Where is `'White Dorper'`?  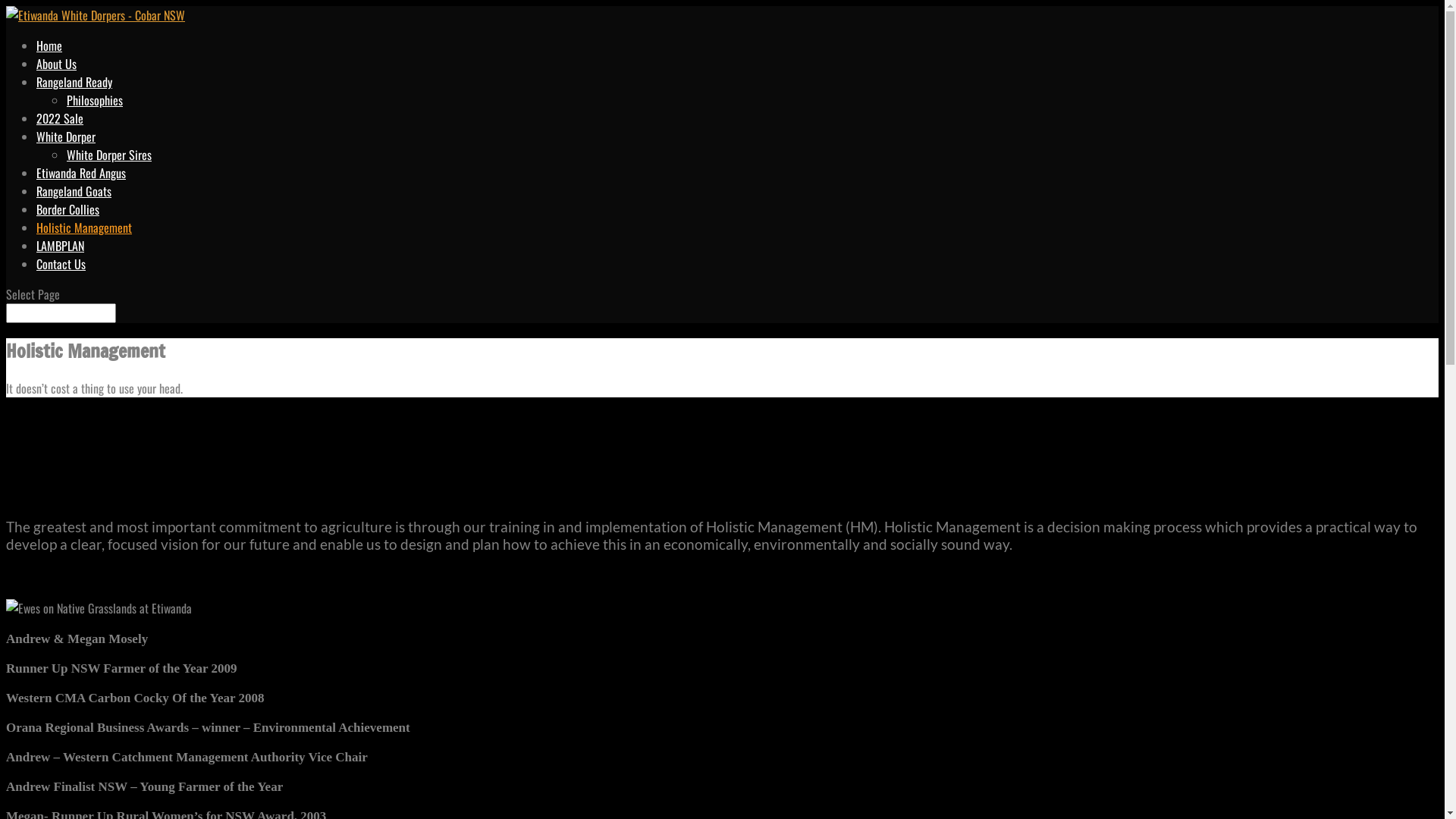
'White Dorper' is located at coordinates (64, 136).